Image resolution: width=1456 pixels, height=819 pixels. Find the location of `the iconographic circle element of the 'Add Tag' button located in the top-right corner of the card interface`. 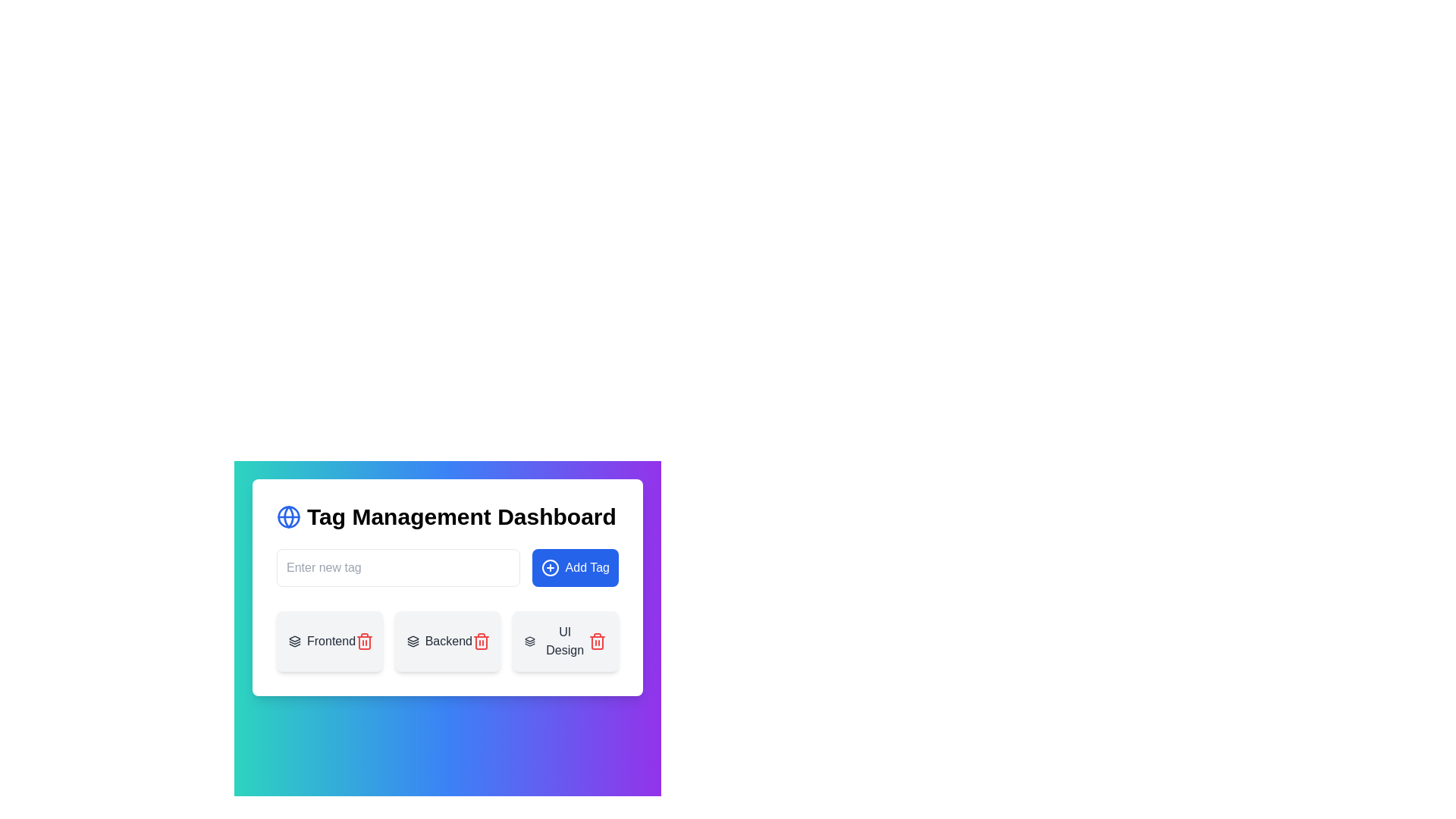

the iconographic circle element of the 'Add Tag' button located in the top-right corner of the card interface is located at coordinates (549, 567).